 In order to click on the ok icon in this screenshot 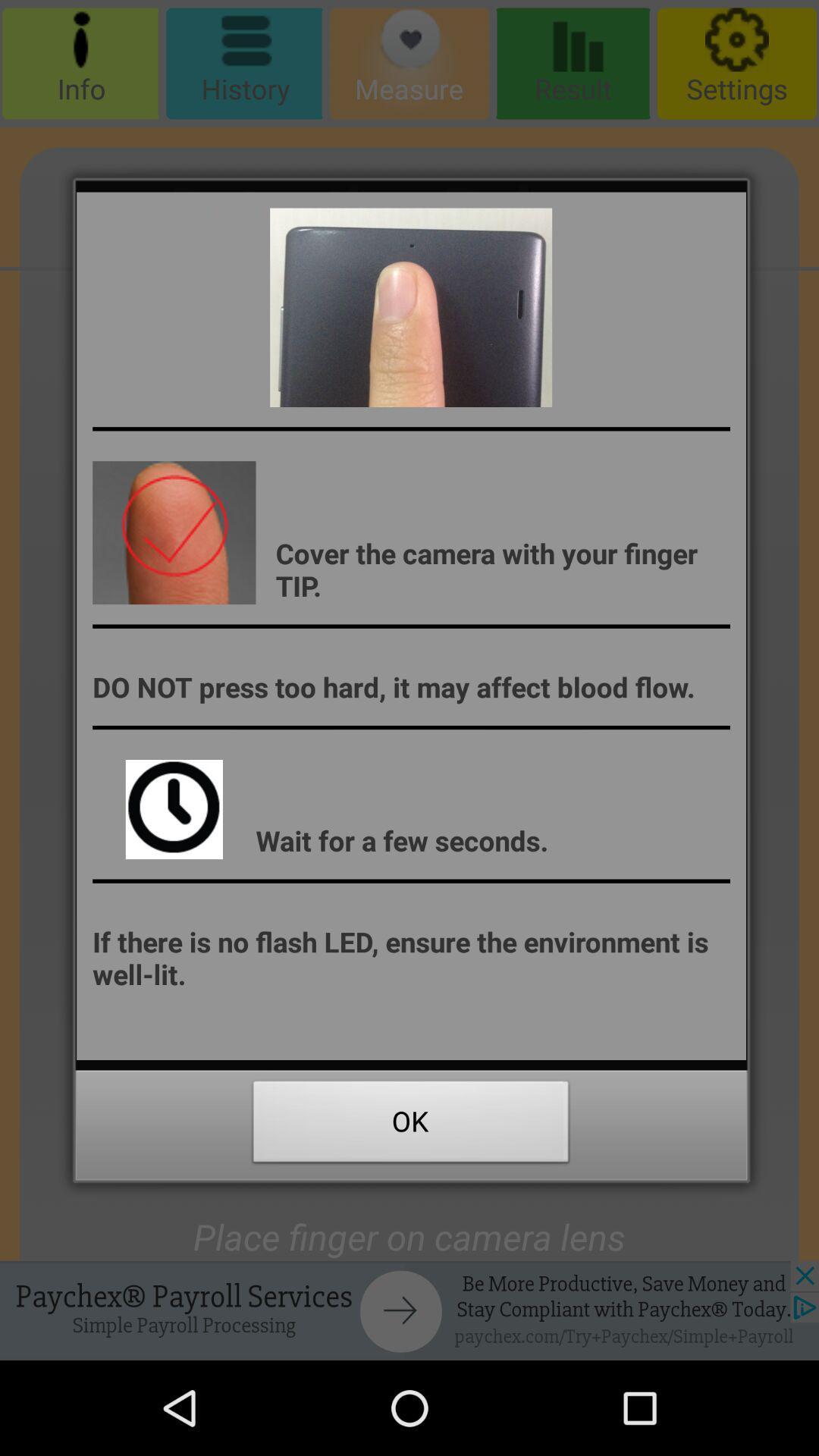, I will do `click(411, 1125)`.